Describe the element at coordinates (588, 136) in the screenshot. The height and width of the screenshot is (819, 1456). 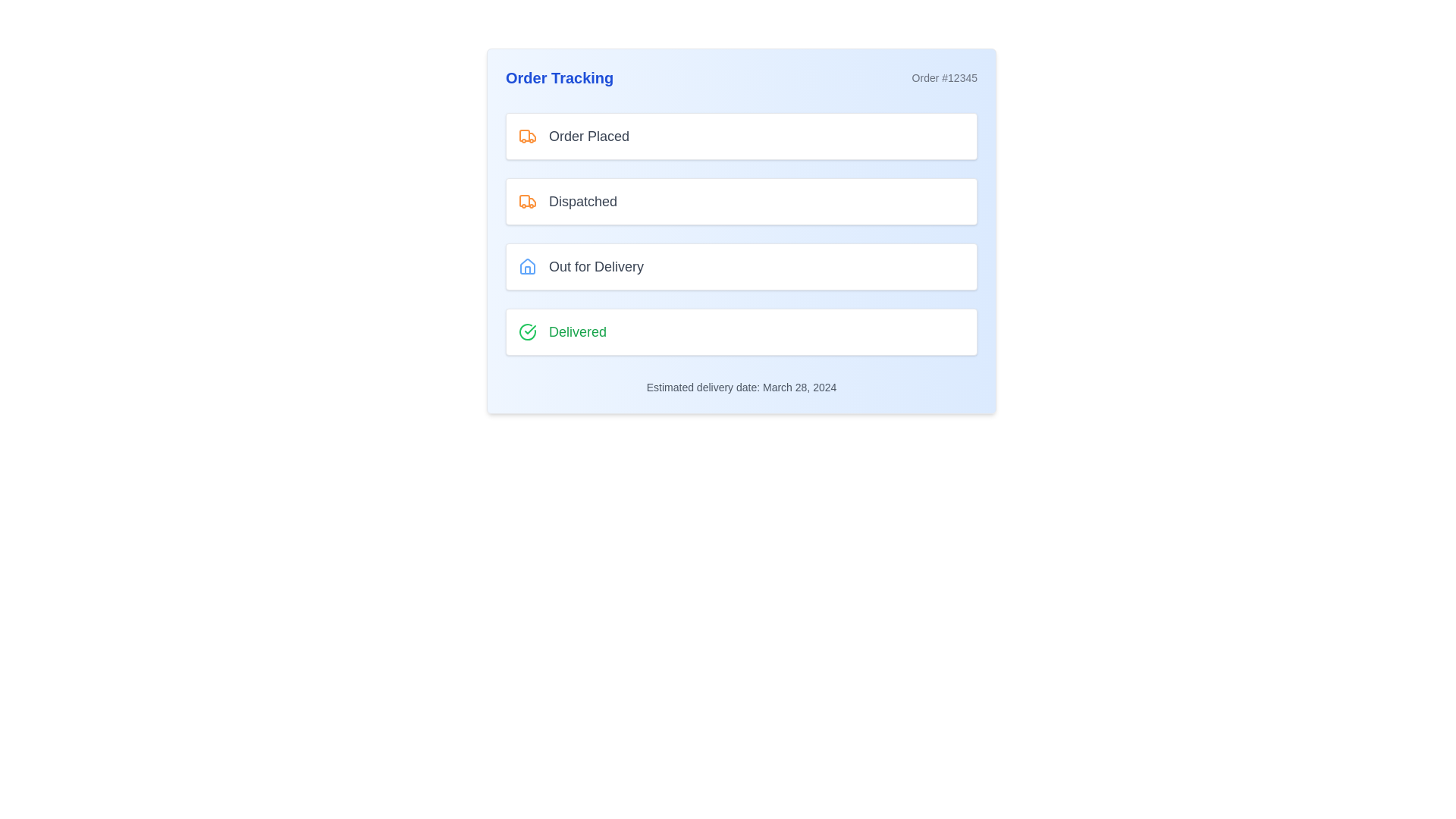
I see `the status indicator text label that shows an order has been placed, located within the first item of the order tracking list, to the right of the orange truck icon` at that location.